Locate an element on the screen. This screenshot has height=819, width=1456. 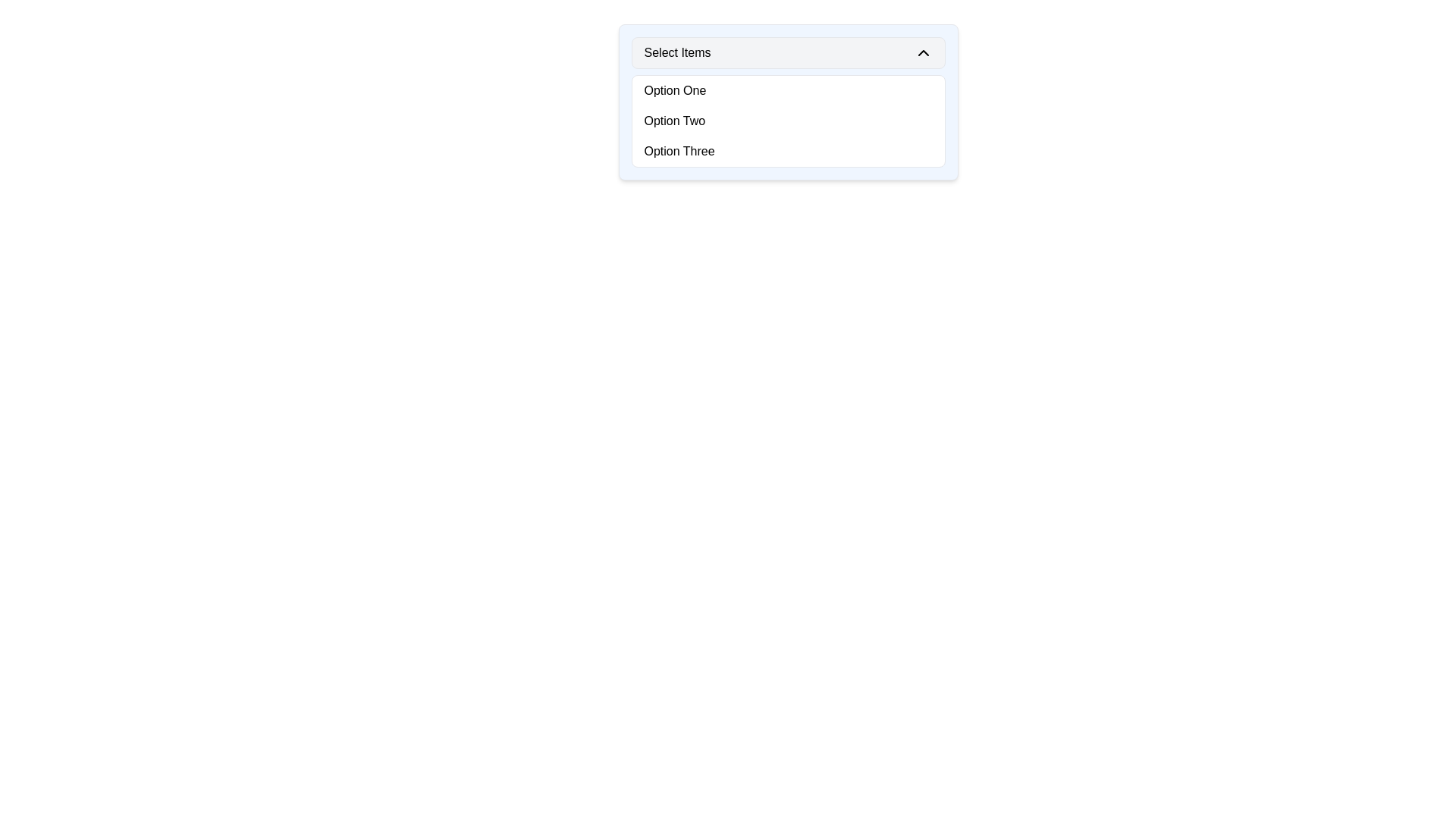
the text label displaying 'Option Three' is located at coordinates (679, 152).